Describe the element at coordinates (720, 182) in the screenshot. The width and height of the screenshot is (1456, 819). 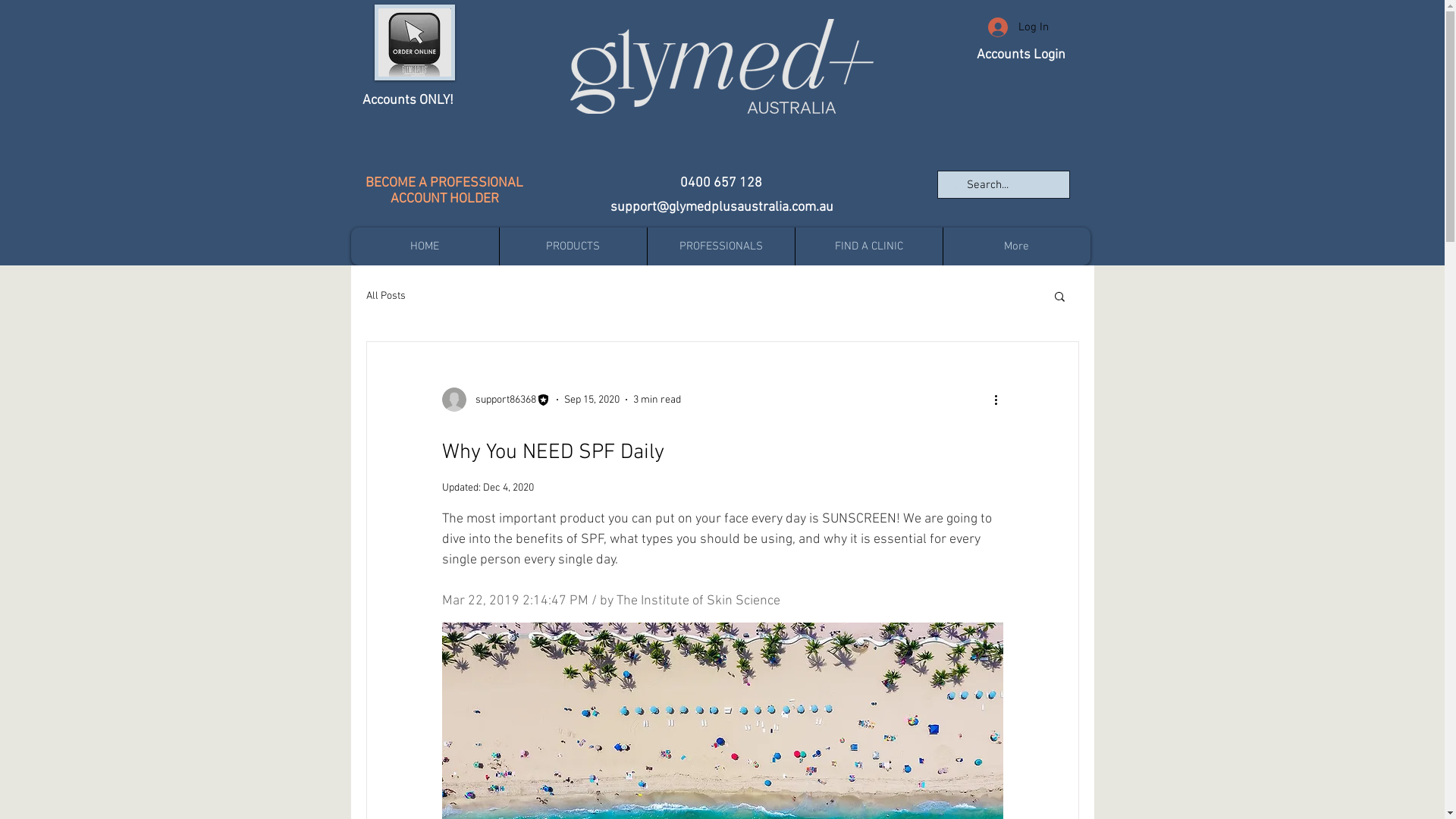
I see `'0400 657 128'` at that location.